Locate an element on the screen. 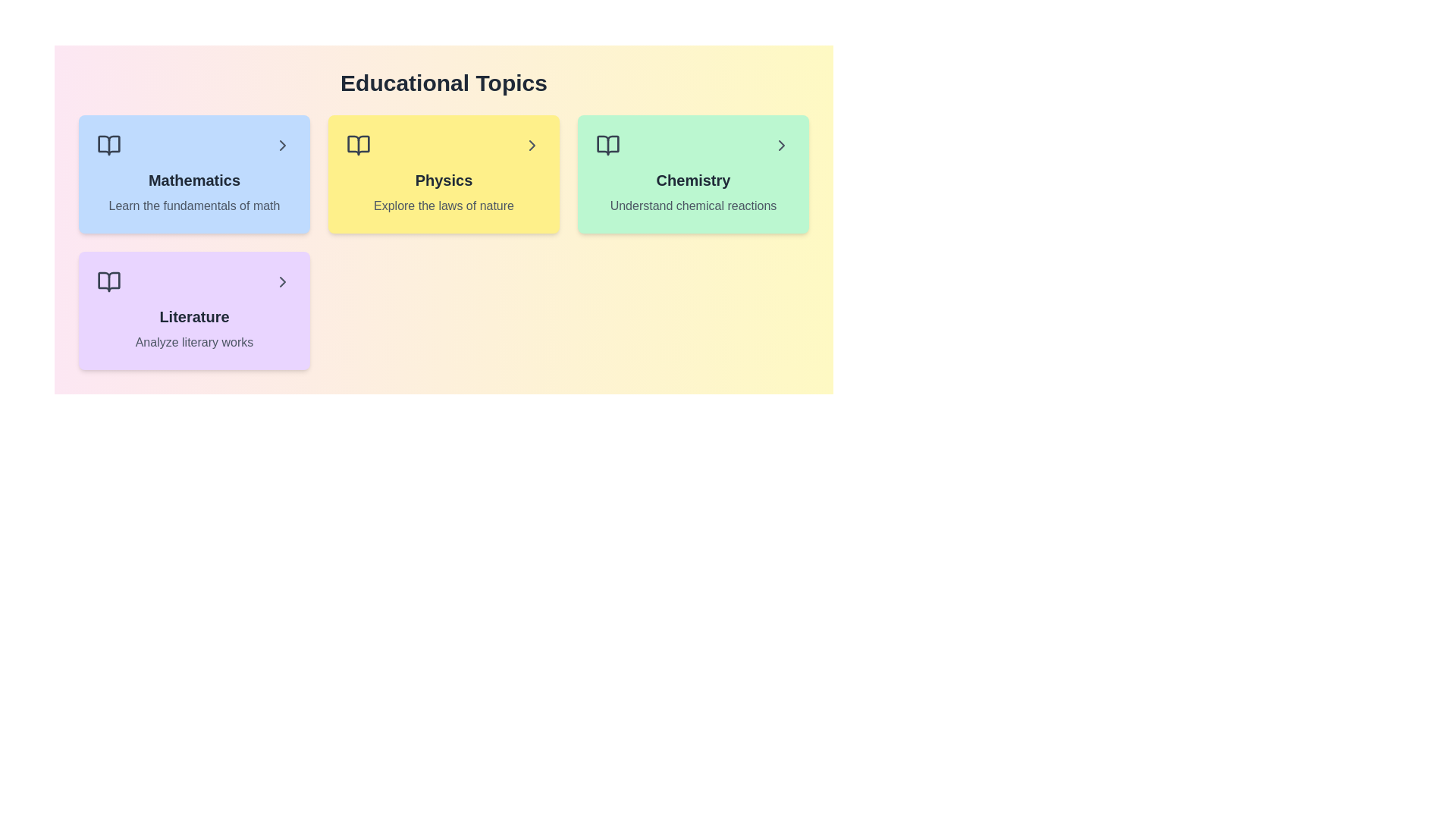 This screenshot has width=1456, height=819. the arrow icon for the topic Chemistry is located at coordinates (782, 146).